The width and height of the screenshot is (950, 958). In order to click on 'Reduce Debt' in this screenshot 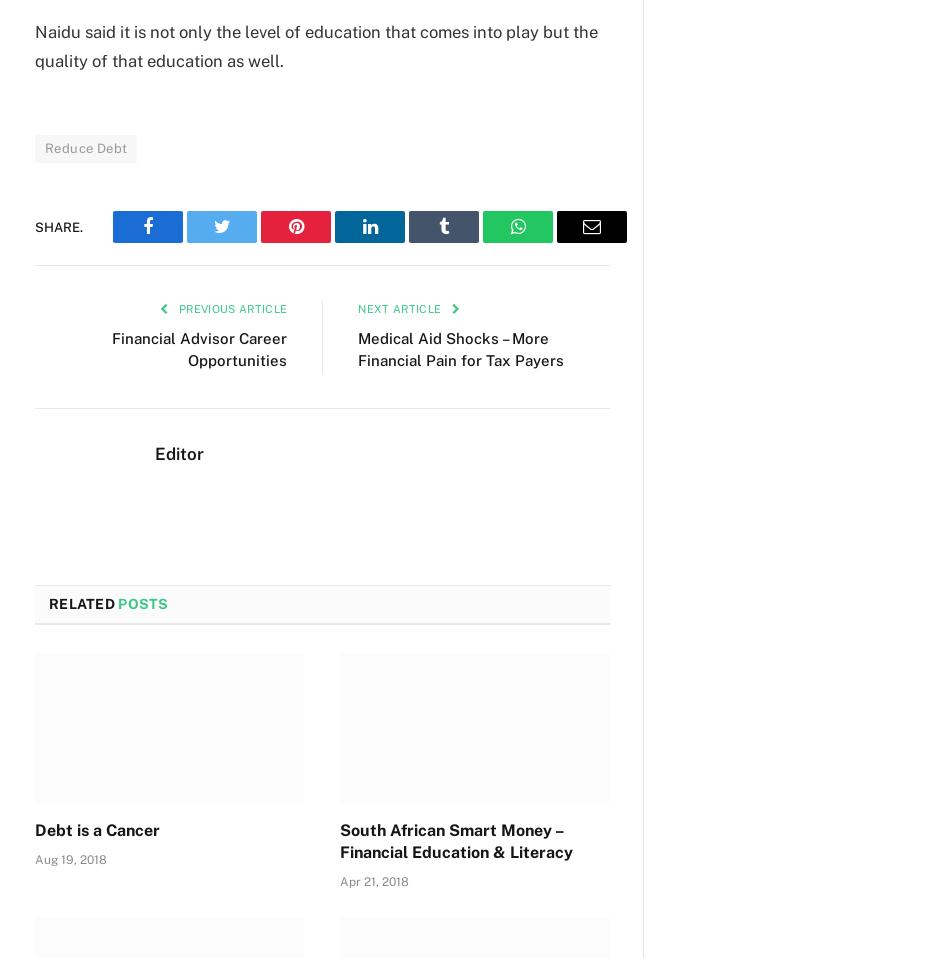, I will do `click(85, 148)`.